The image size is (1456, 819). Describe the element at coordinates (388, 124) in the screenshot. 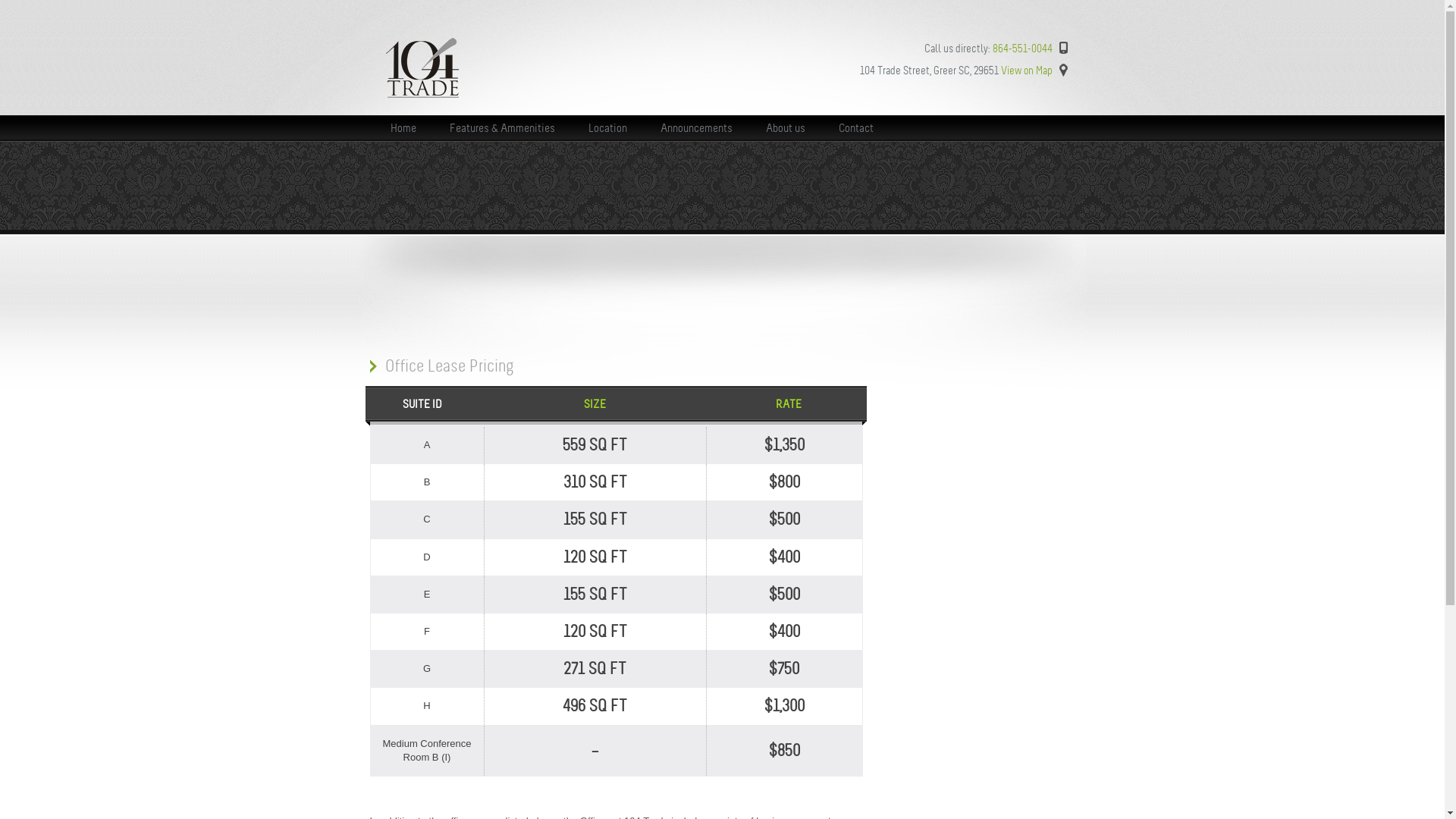

I see `'Home'` at that location.